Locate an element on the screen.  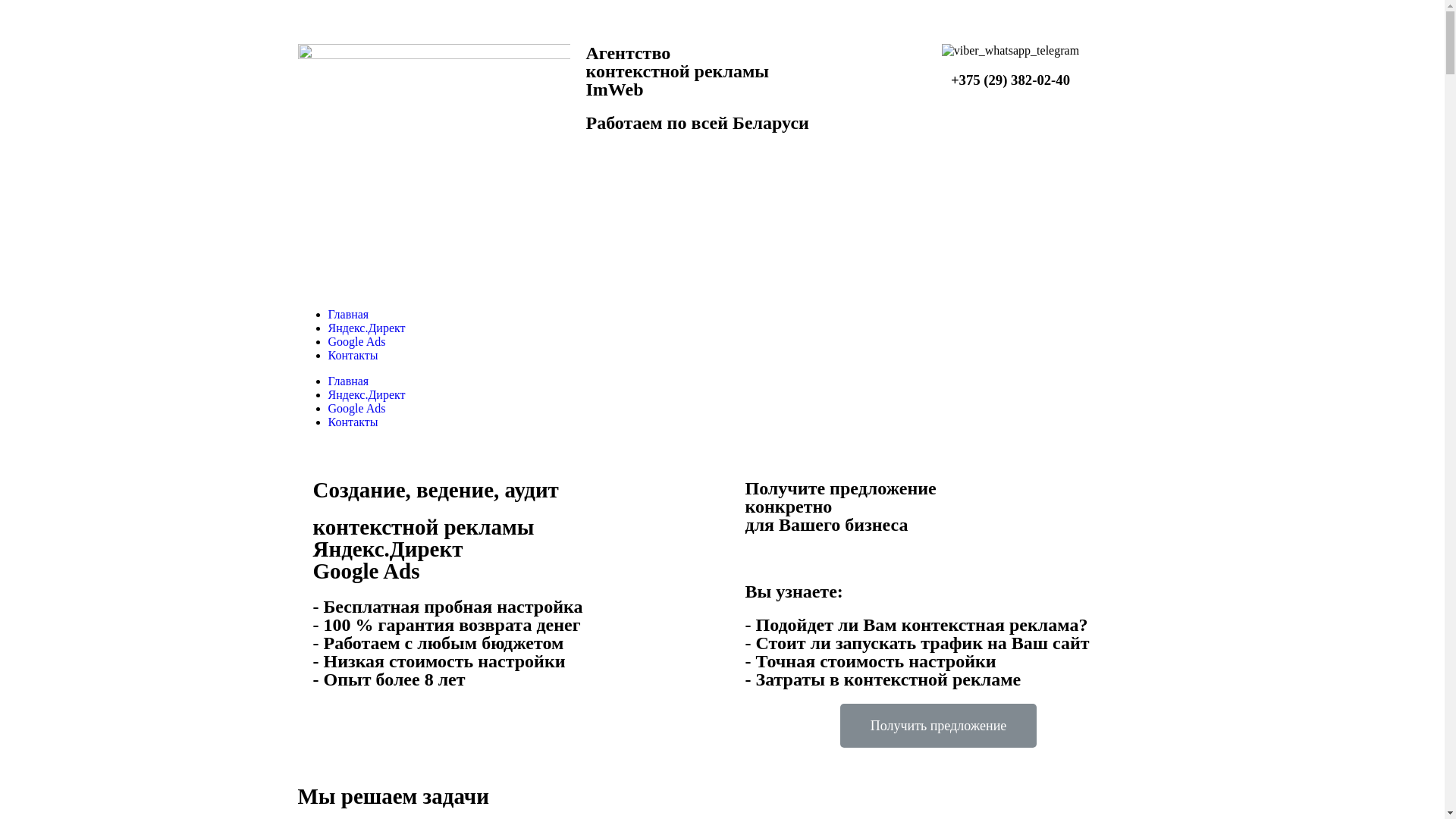
'Google Ads' is located at coordinates (356, 407).